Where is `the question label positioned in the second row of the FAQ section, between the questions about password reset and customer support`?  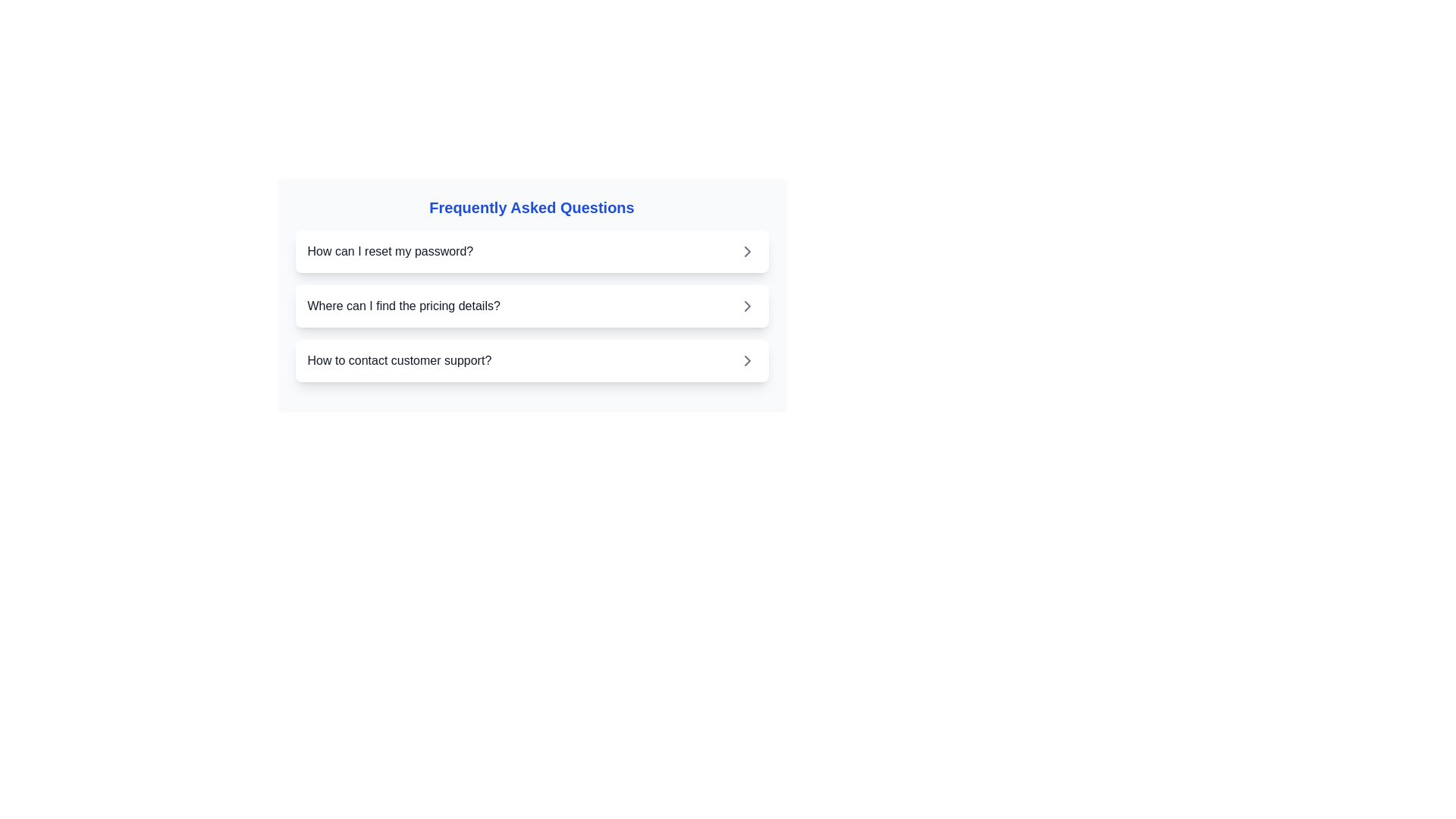
the question label positioned in the second row of the FAQ section, between the questions about password reset and customer support is located at coordinates (403, 306).